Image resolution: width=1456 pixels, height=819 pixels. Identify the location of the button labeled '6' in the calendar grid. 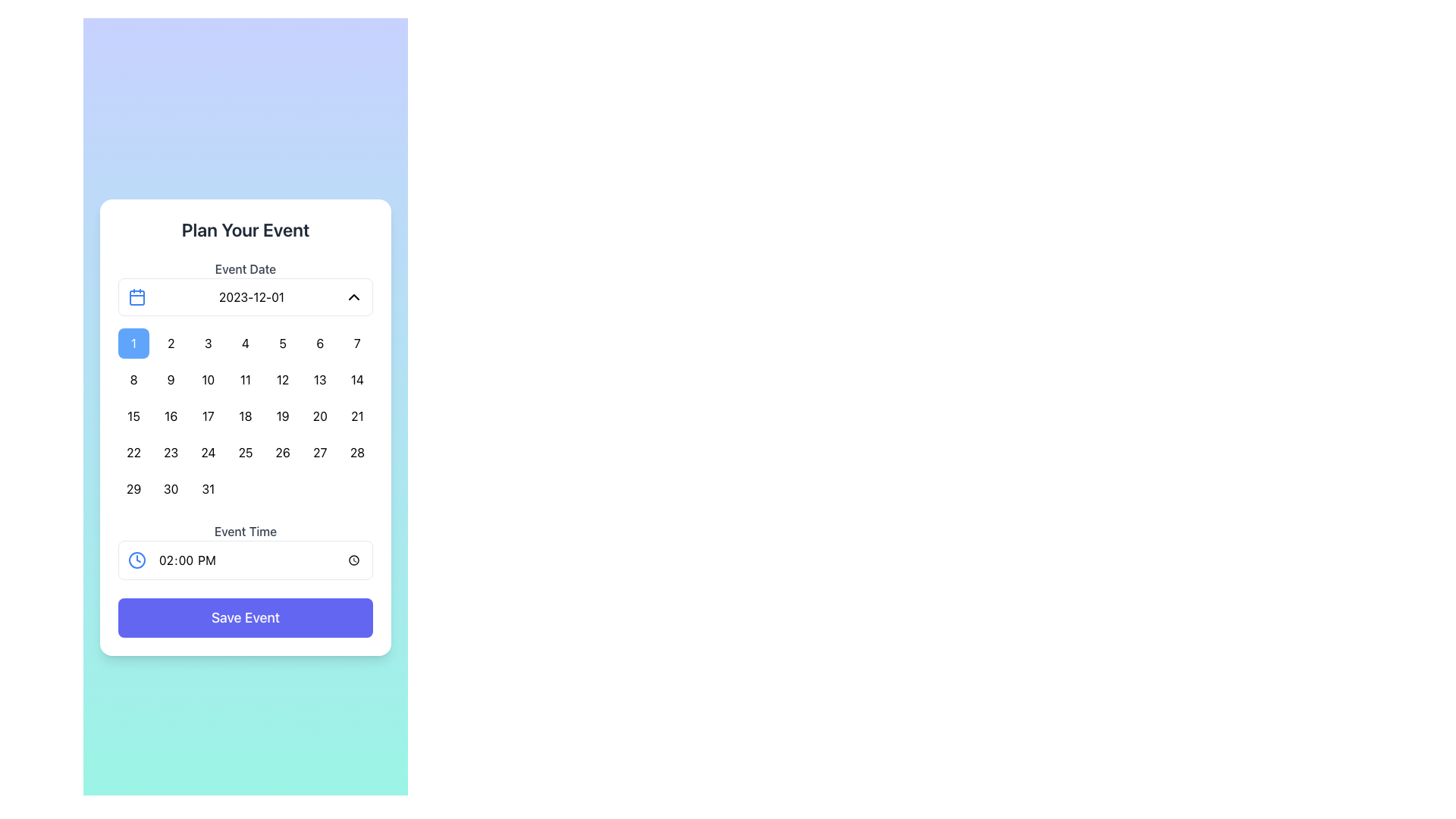
(319, 343).